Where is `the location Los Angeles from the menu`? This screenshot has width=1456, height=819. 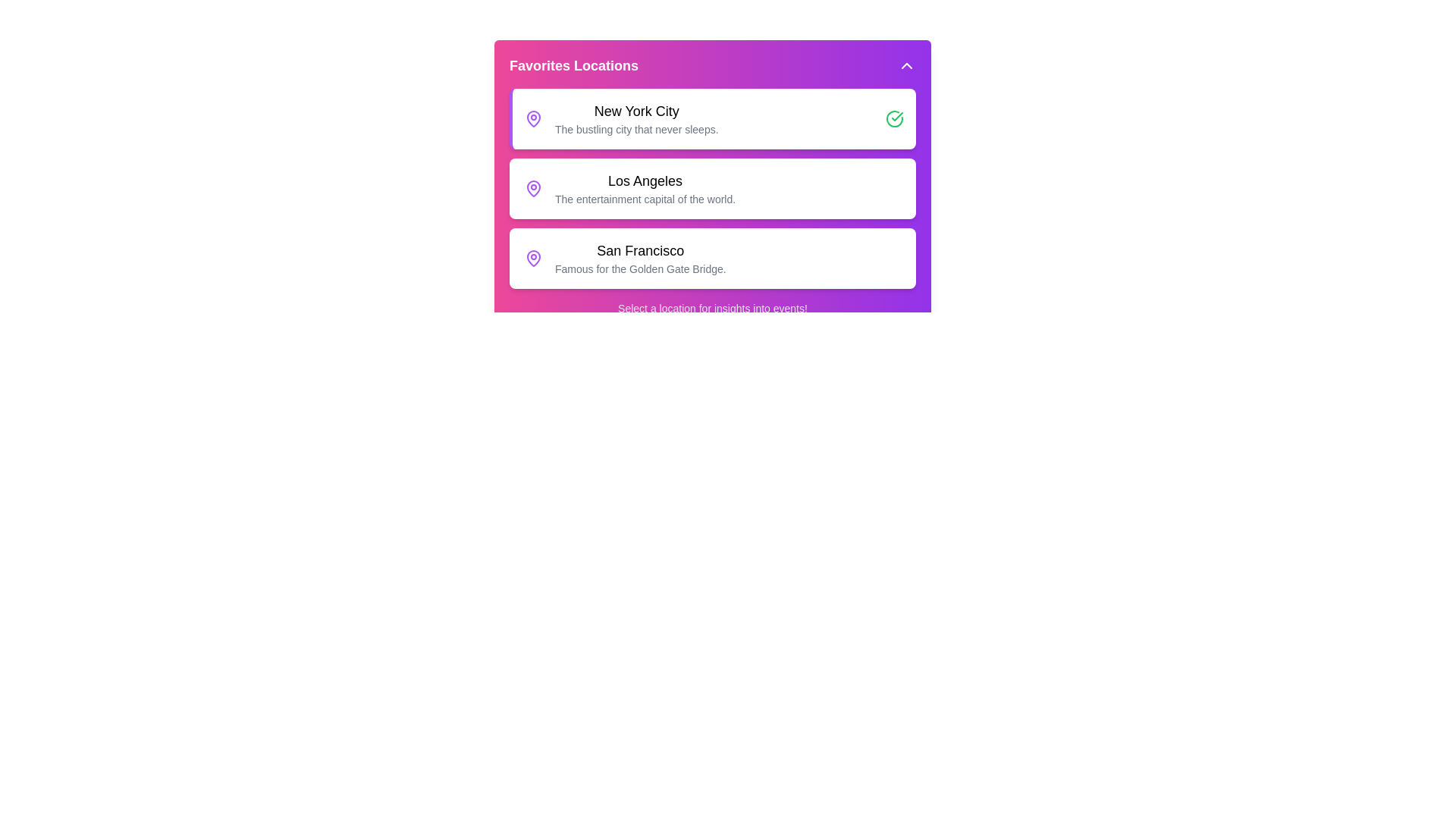
the location Los Angeles from the menu is located at coordinates (712, 188).